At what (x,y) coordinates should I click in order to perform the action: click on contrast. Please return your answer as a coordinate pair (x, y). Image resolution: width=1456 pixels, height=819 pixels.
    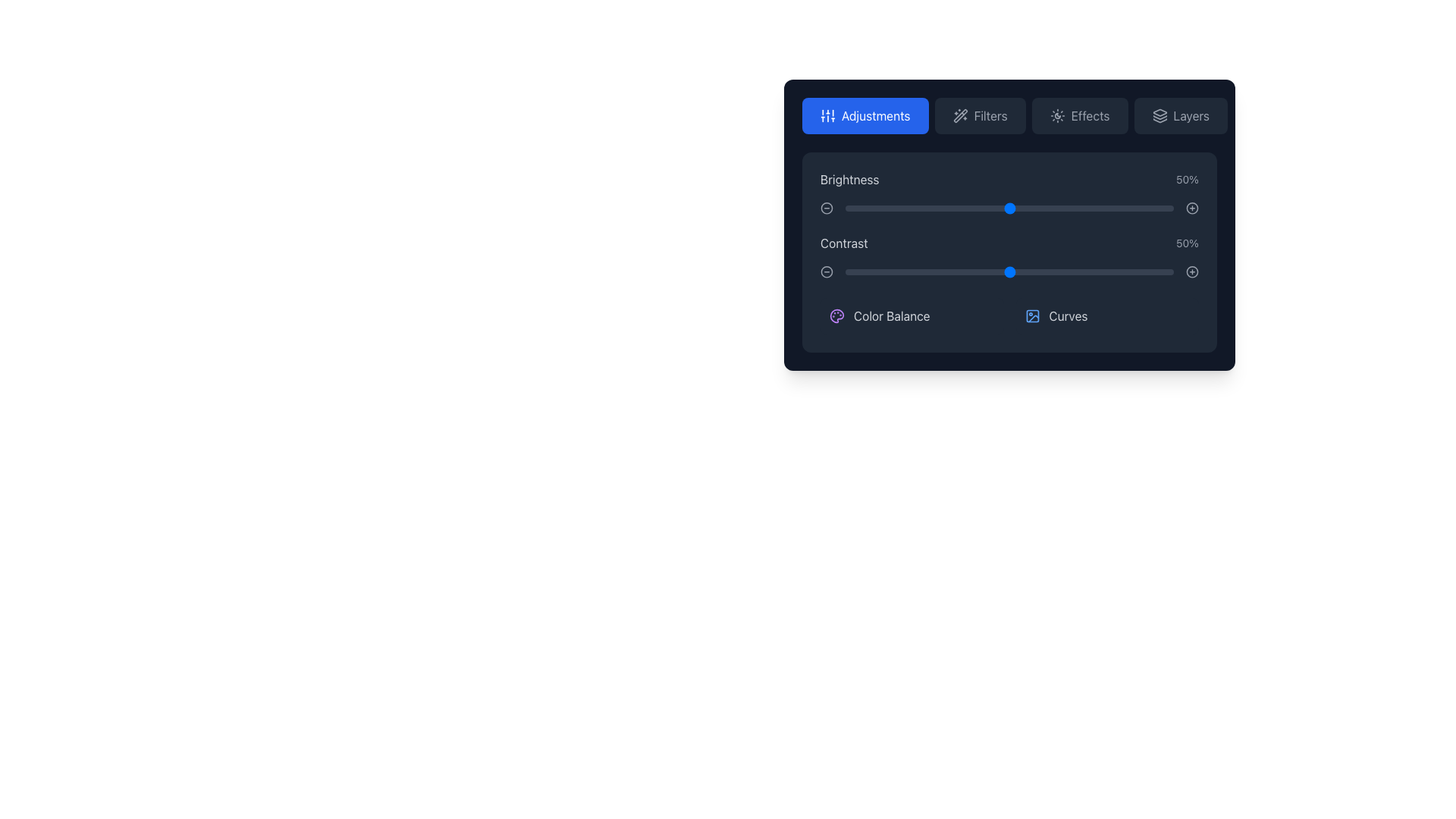
    Looking at the image, I should click on (908, 271).